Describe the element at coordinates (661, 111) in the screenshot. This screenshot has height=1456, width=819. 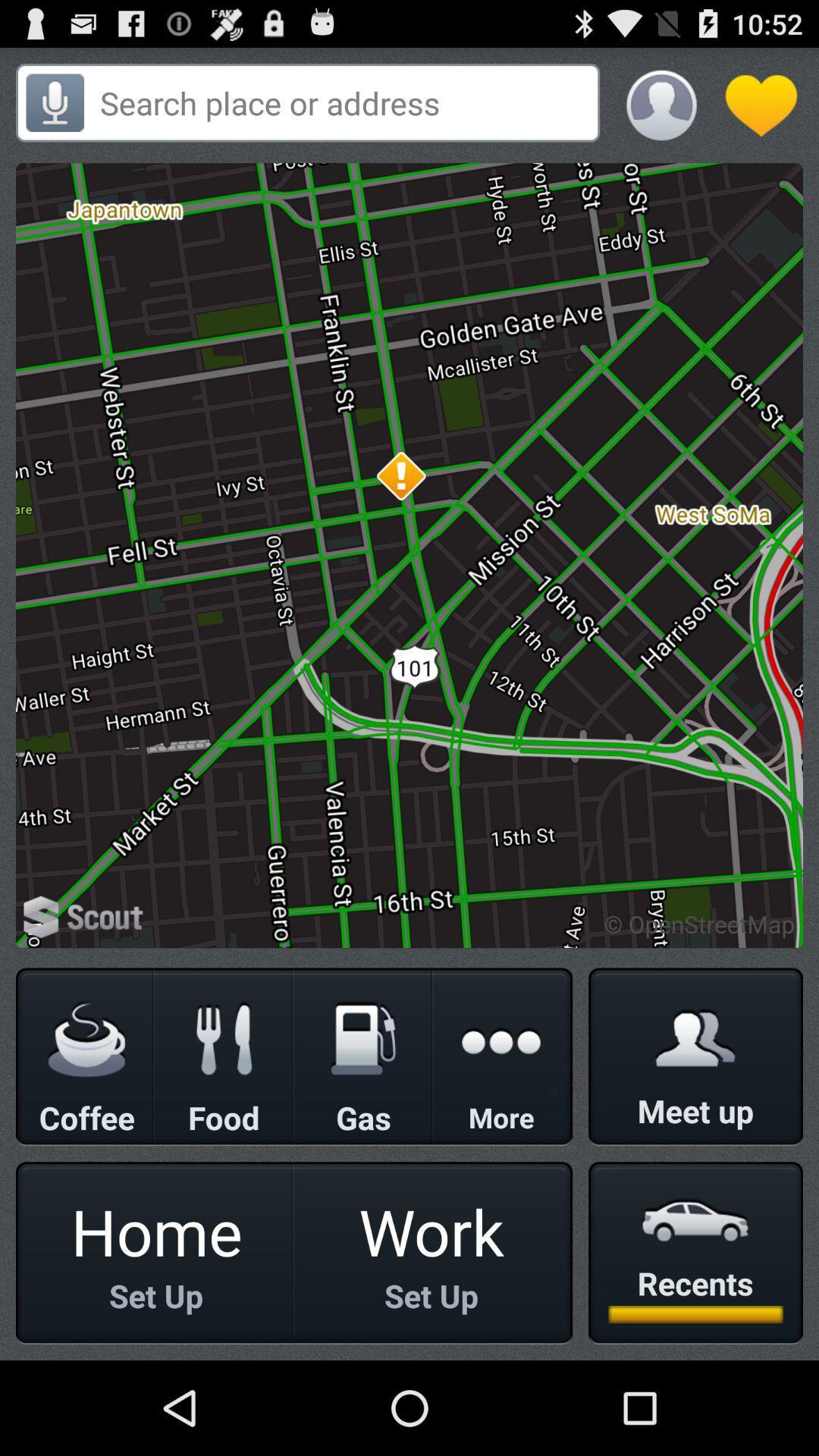
I see `the avatar icon` at that location.